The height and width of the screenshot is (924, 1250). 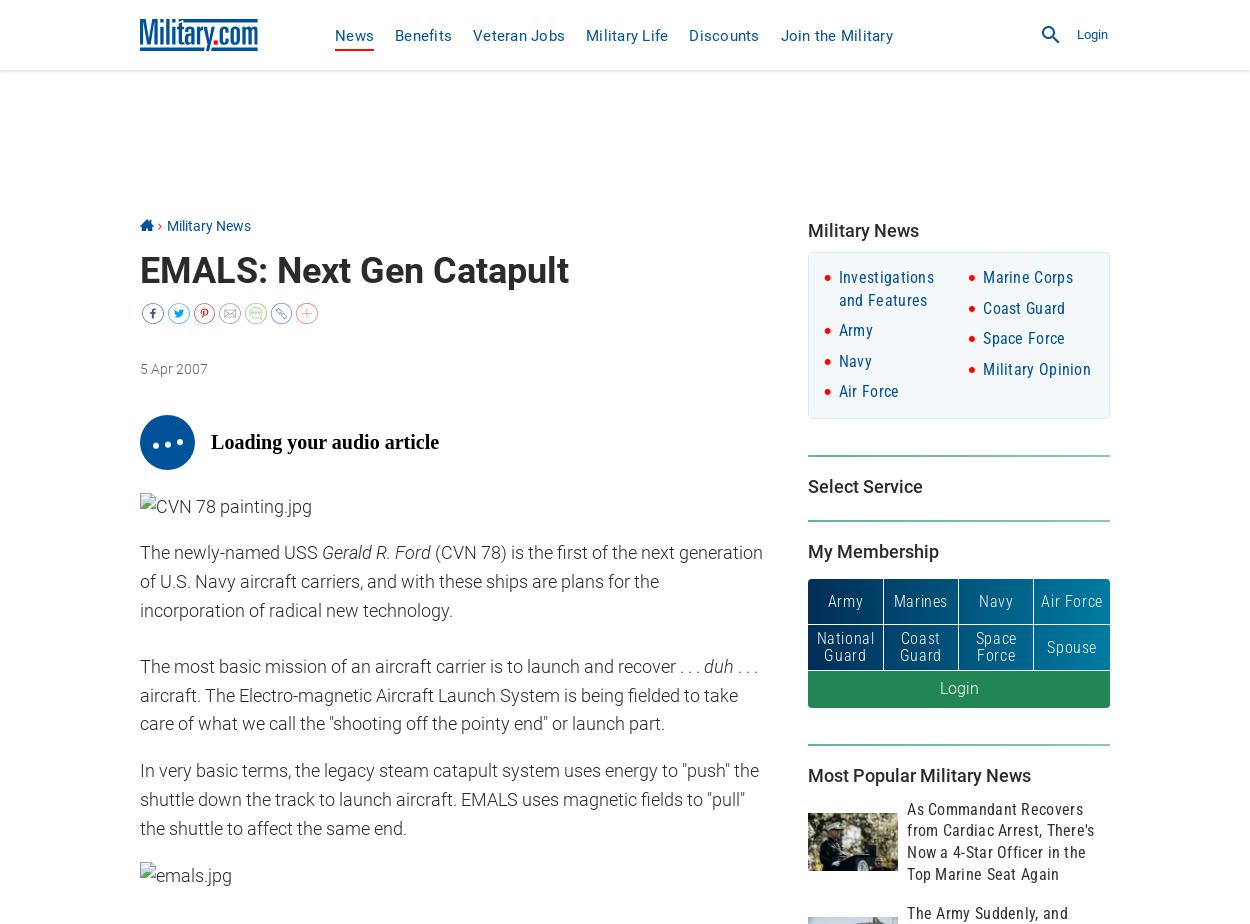 What do you see at coordinates (230, 552) in the screenshot?
I see `'The newly-named USS'` at bounding box center [230, 552].